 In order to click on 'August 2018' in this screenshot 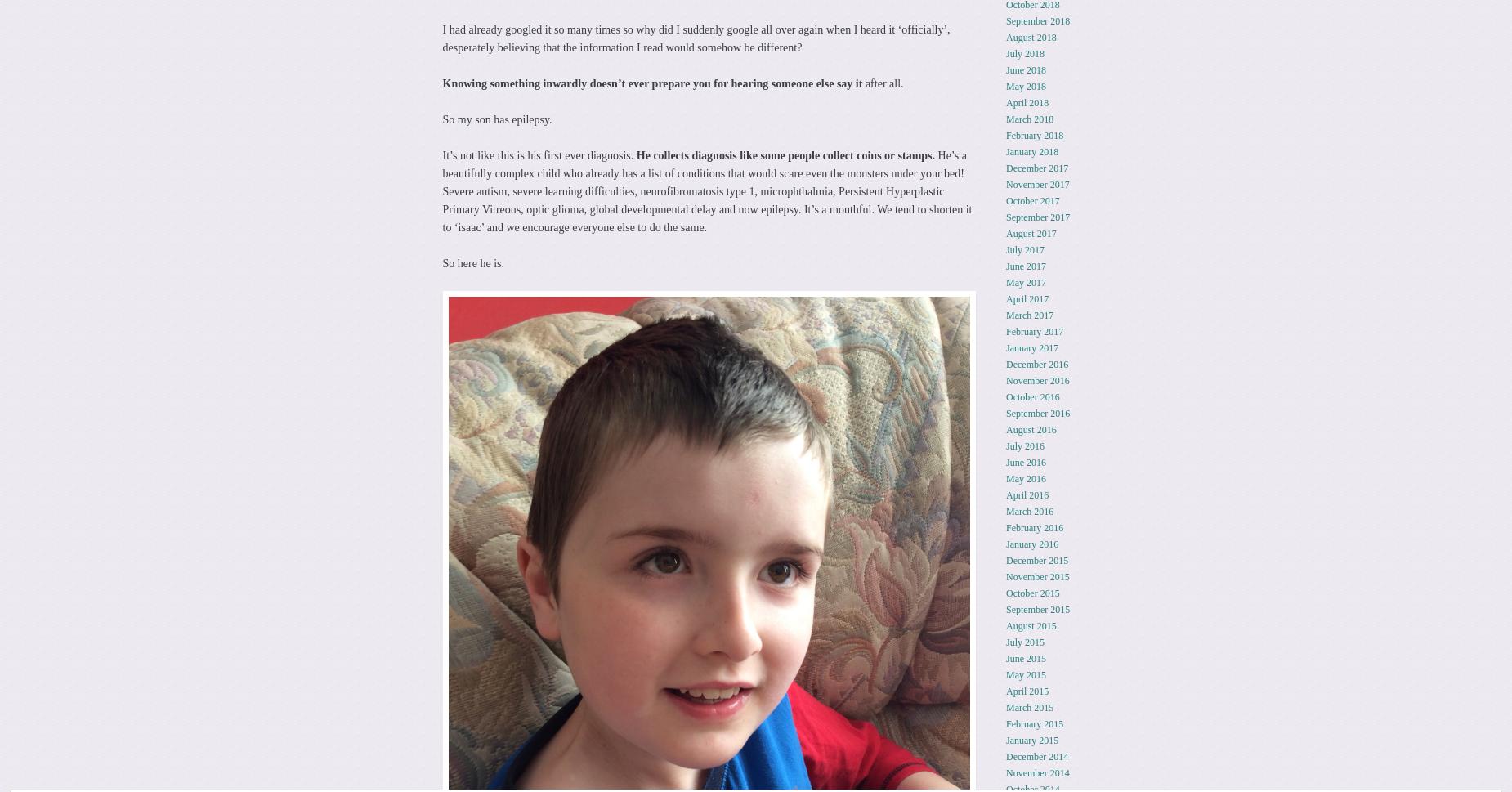, I will do `click(1030, 36)`.